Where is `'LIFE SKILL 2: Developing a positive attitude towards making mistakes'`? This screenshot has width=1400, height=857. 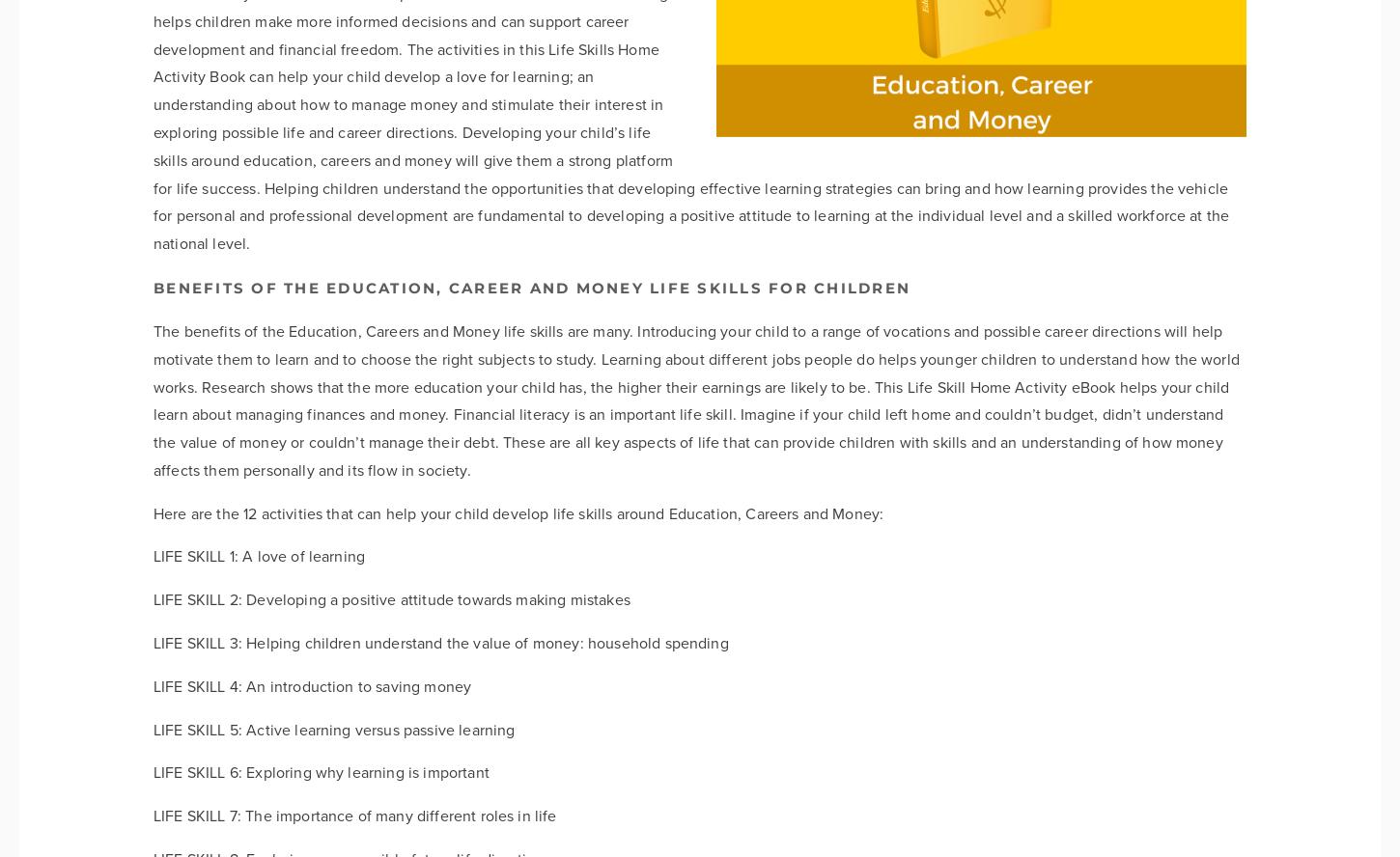 'LIFE SKILL 2: Developing a positive attitude towards making mistakes' is located at coordinates (153, 598).